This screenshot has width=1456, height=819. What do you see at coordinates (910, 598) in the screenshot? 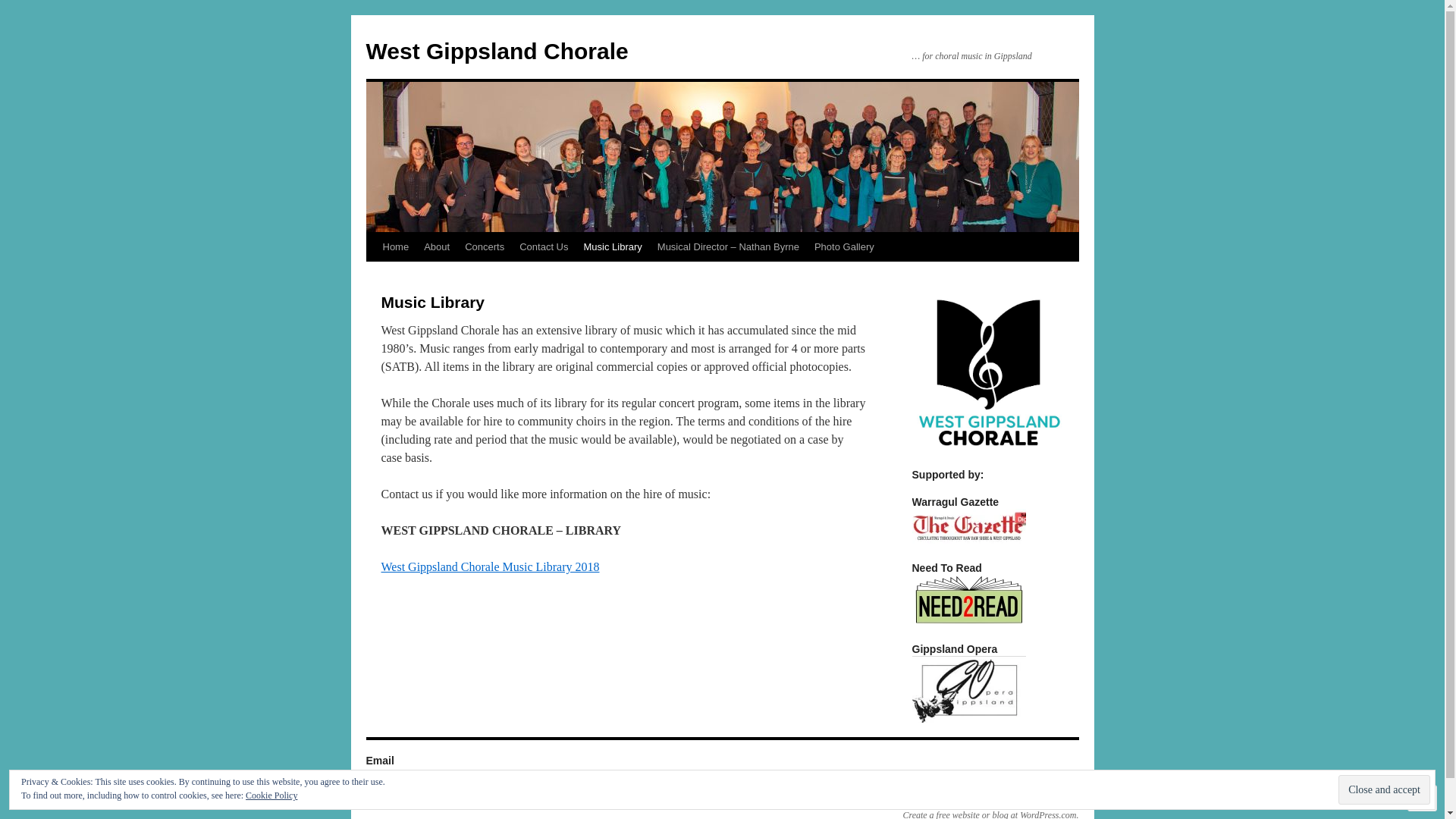
I see `'Need 2 Read'` at bounding box center [910, 598].